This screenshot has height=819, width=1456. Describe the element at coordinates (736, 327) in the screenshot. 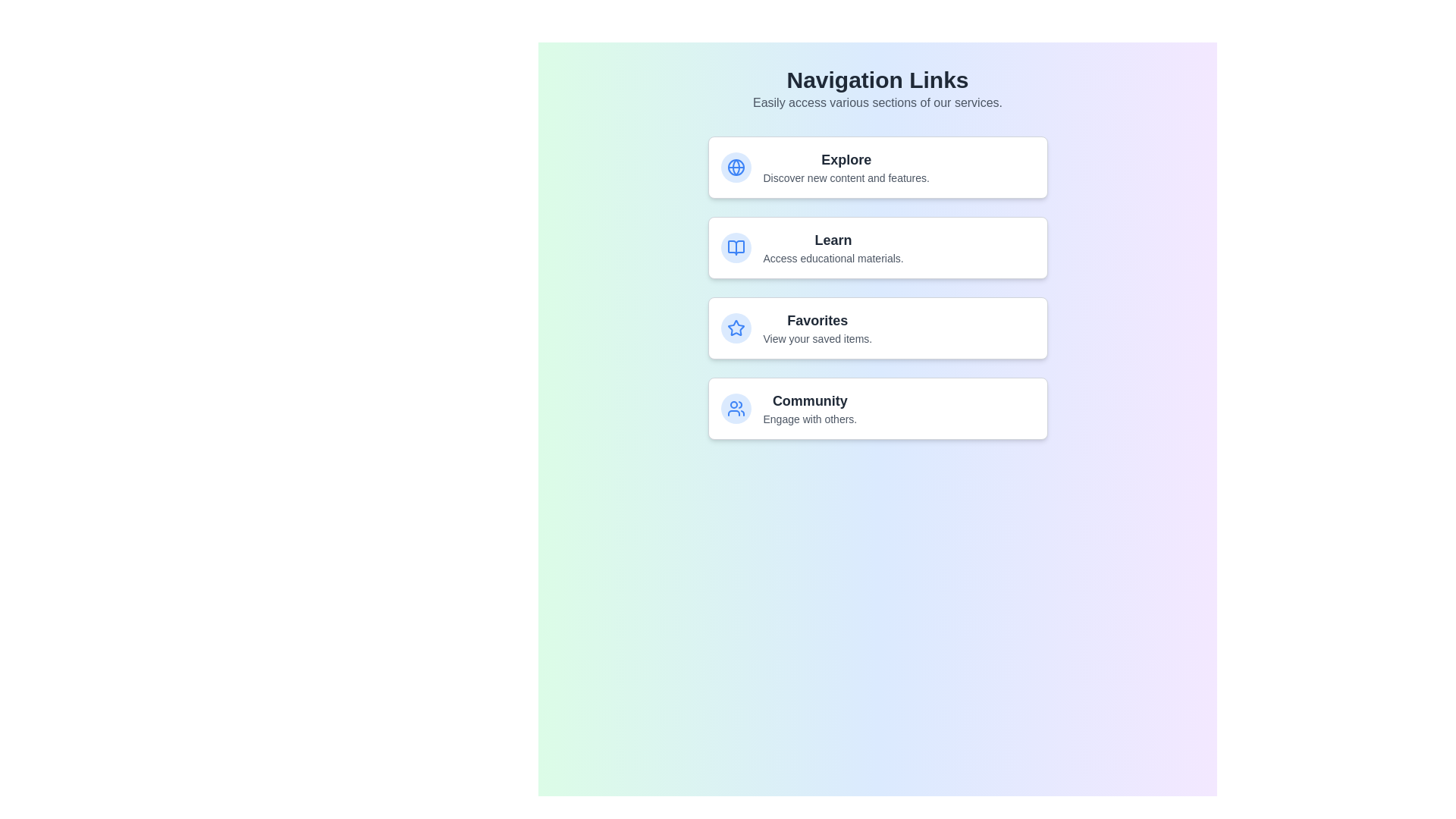

I see `the 'Favorites' icon located within the third navigation card, positioned to the left of the card's title text` at that location.